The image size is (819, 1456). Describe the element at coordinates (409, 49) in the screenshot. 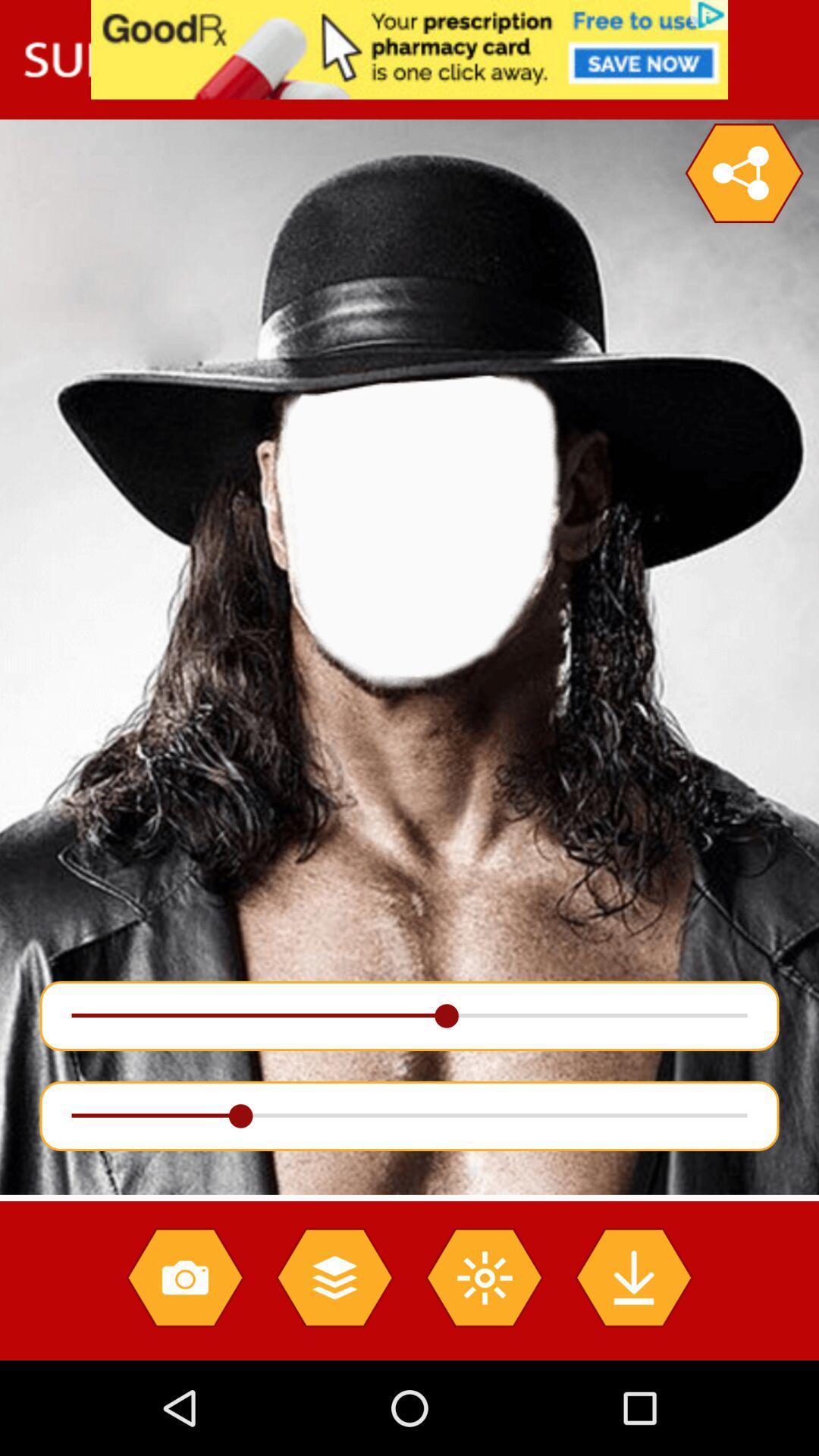

I see `goodrx` at that location.